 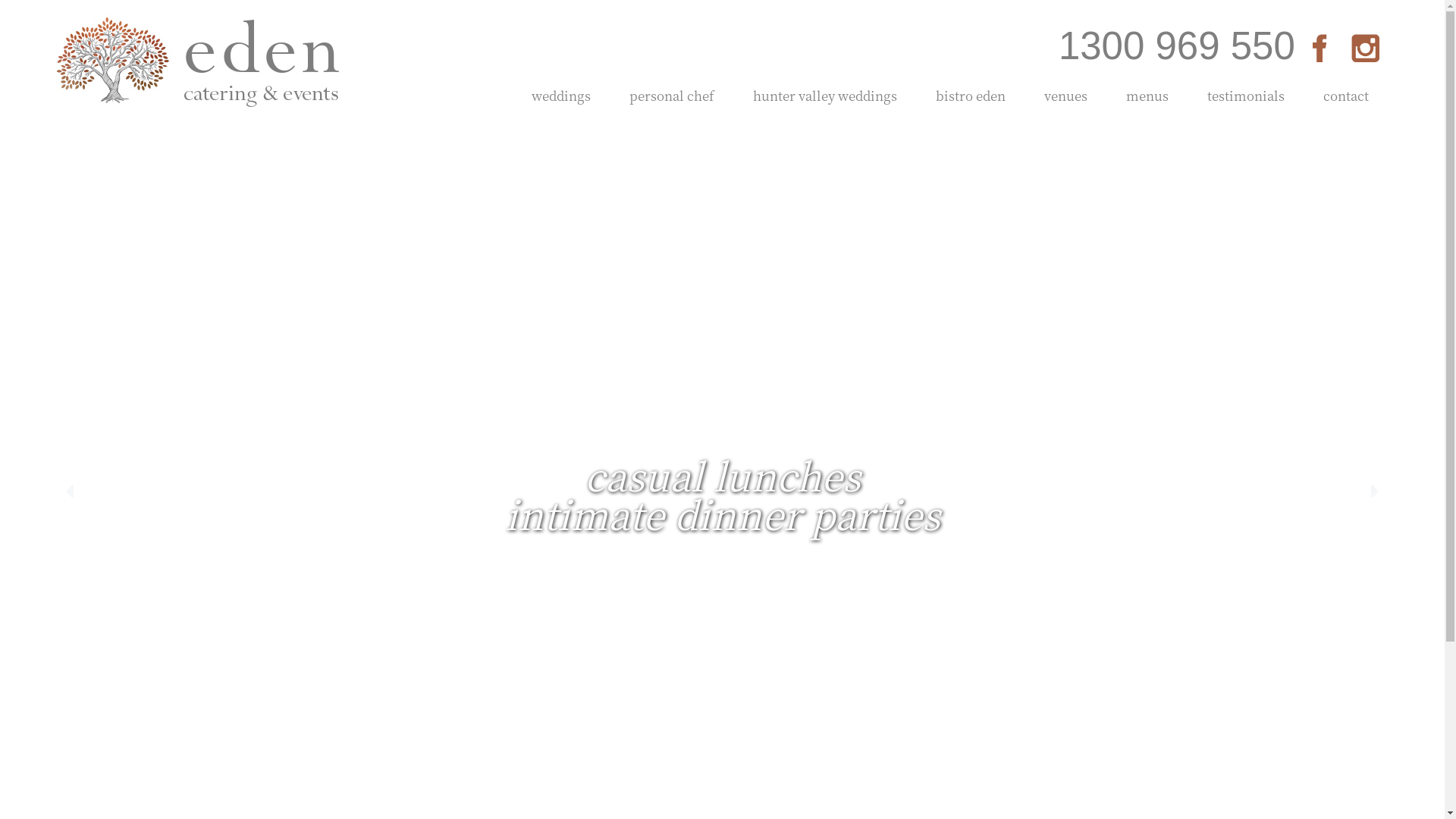 What do you see at coordinates (1065, 96) in the screenshot?
I see `'venues'` at bounding box center [1065, 96].